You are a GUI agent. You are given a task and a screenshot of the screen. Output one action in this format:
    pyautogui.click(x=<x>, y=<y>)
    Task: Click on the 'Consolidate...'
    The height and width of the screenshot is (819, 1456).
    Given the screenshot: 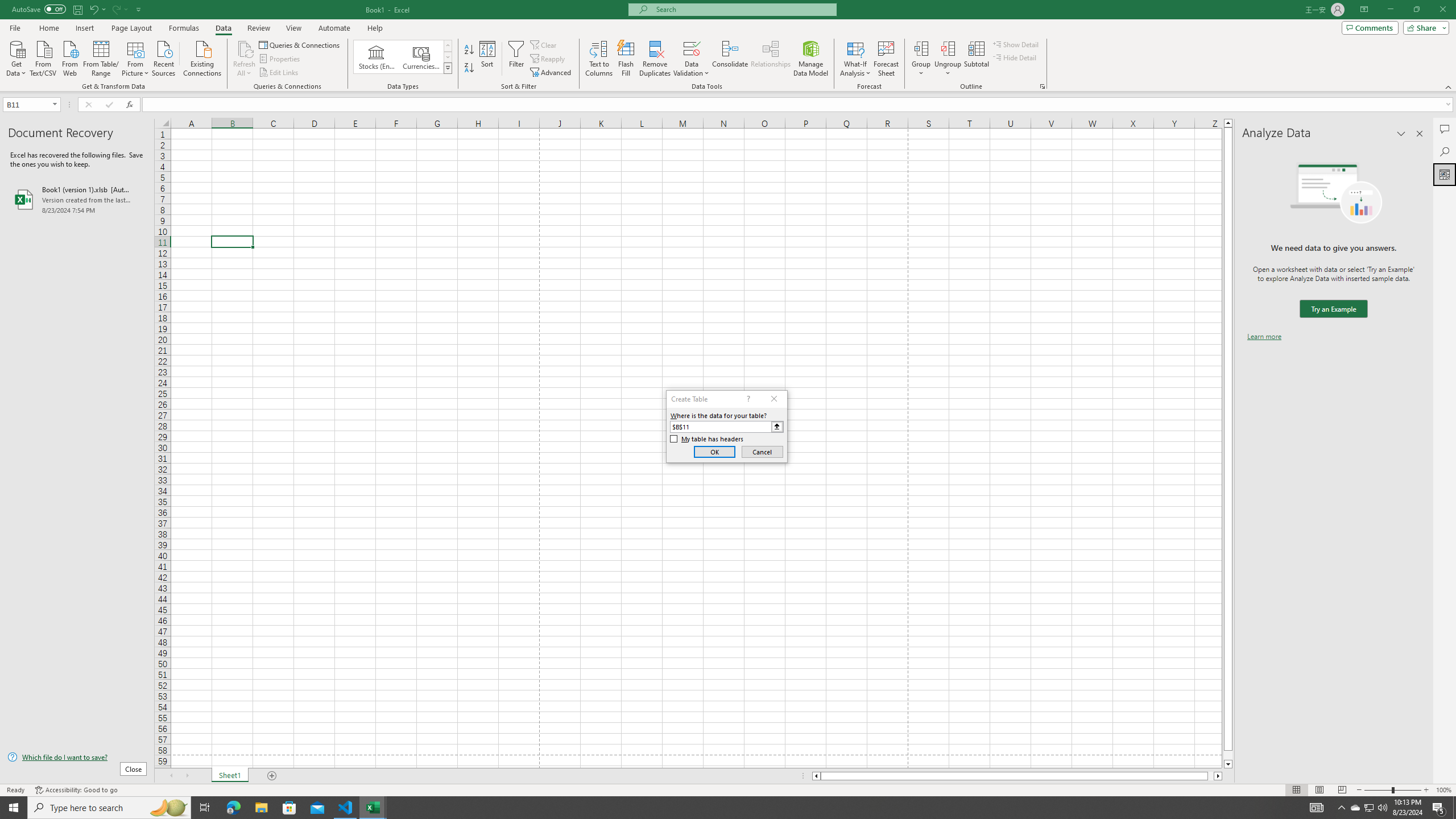 What is the action you would take?
    pyautogui.click(x=730, y=59)
    